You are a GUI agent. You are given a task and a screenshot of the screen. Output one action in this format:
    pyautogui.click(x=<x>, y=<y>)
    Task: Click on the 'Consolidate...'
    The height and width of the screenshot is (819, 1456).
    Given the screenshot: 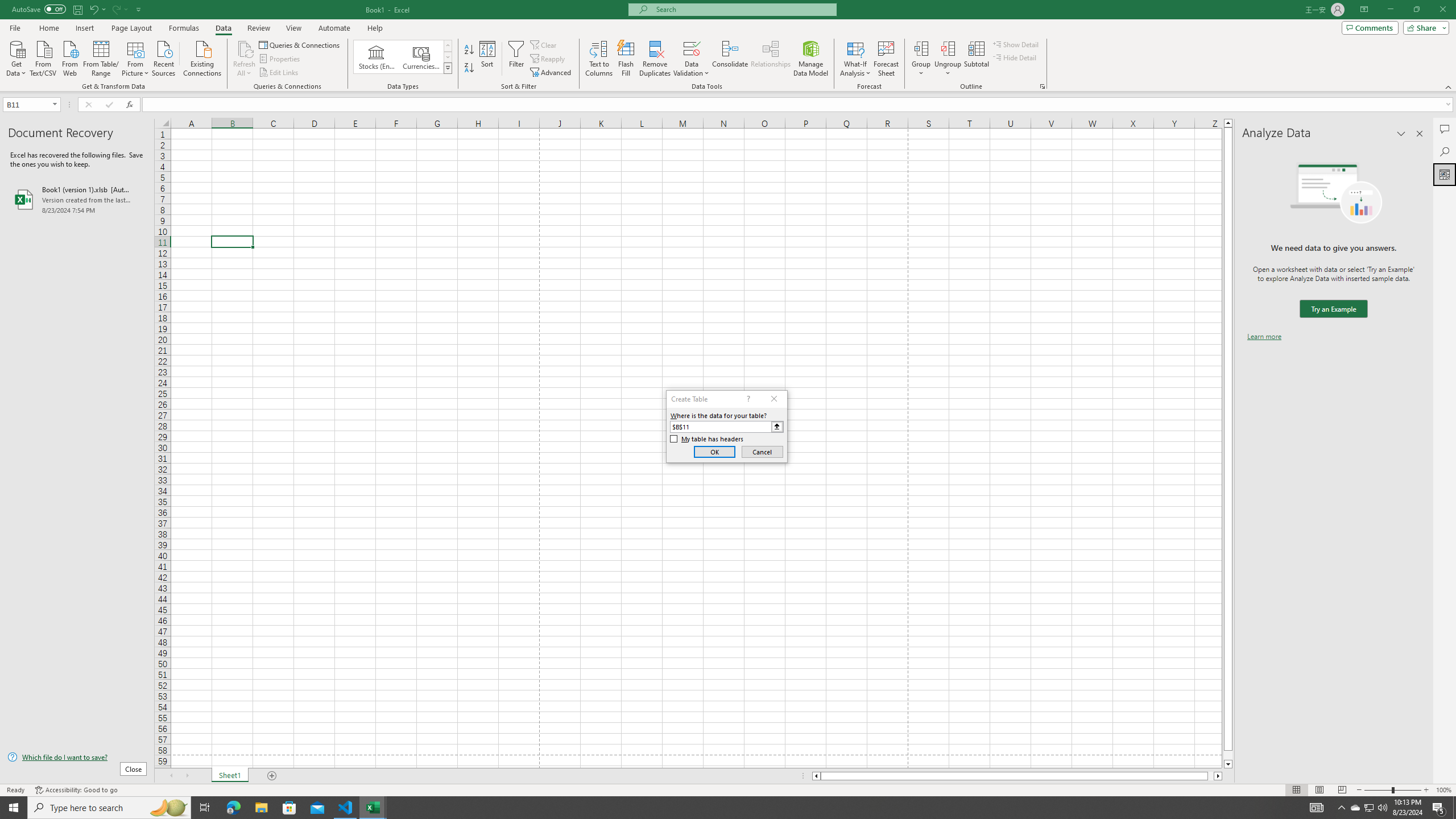 What is the action you would take?
    pyautogui.click(x=730, y=59)
    